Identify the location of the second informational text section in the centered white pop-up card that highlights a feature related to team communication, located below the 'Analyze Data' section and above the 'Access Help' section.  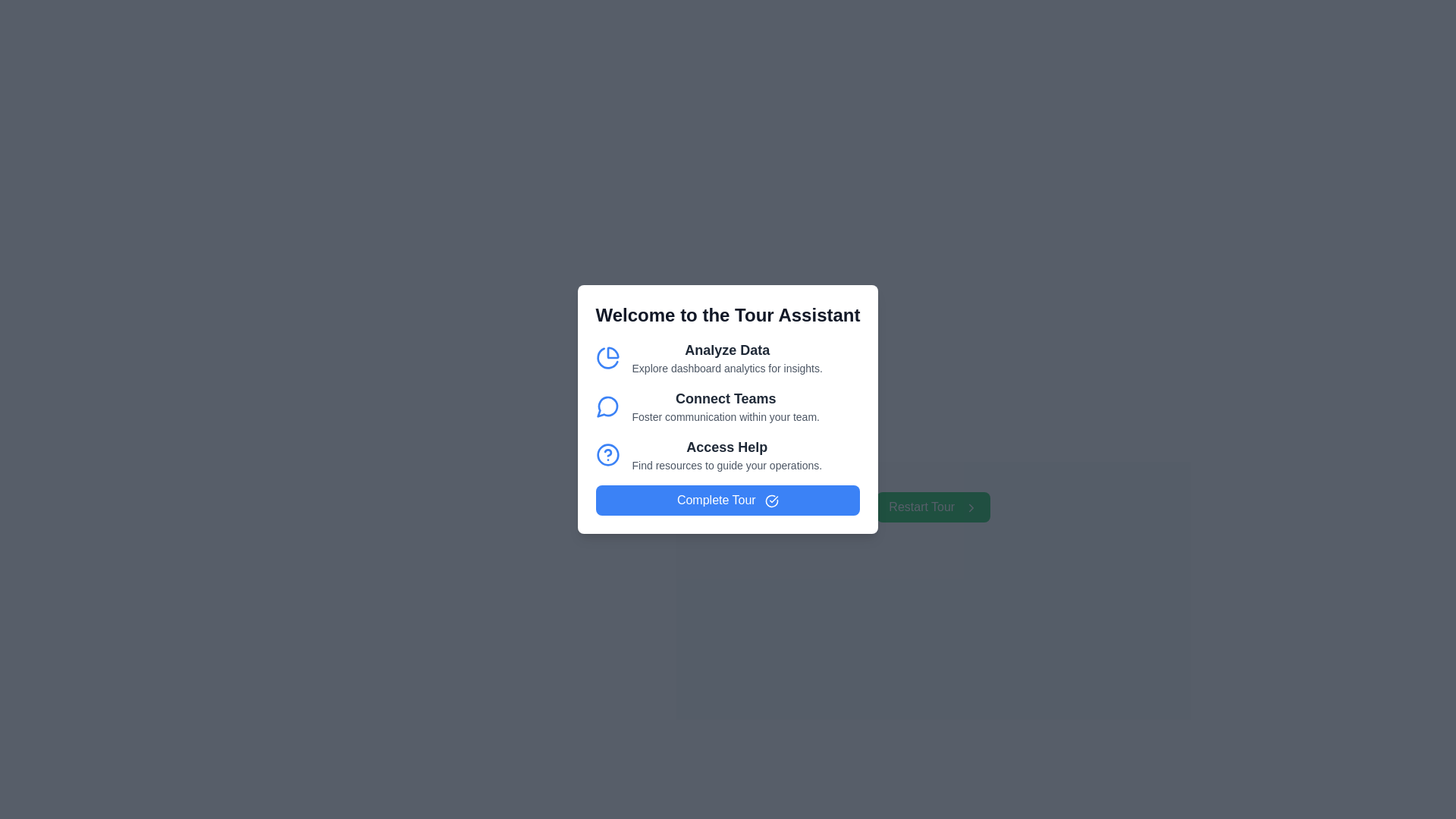
(728, 409).